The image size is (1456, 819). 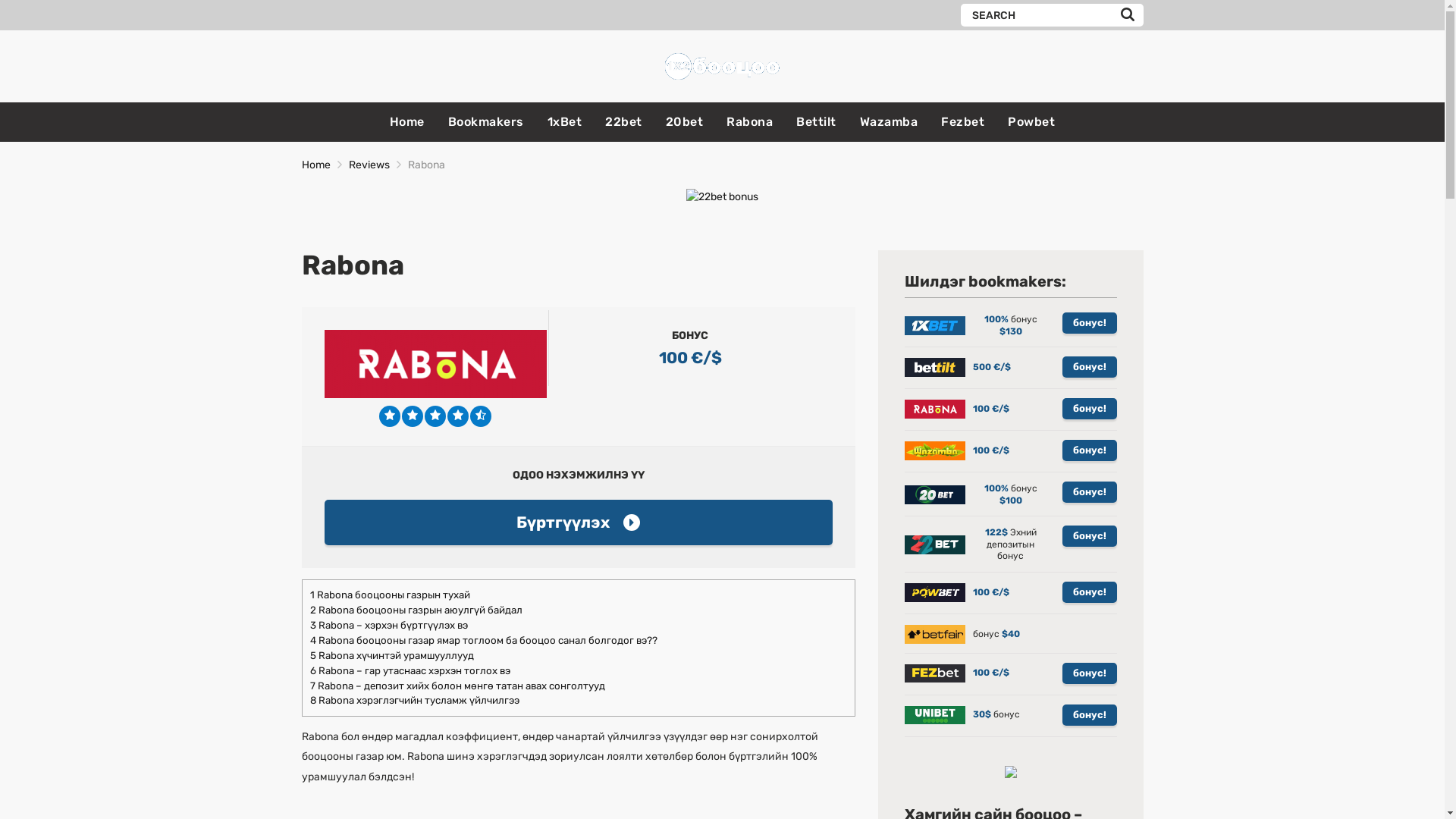 What do you see at coordinates (486, 121) in the screenshot?
I see `'Bookmakers'` at bounding box center [486, 121].